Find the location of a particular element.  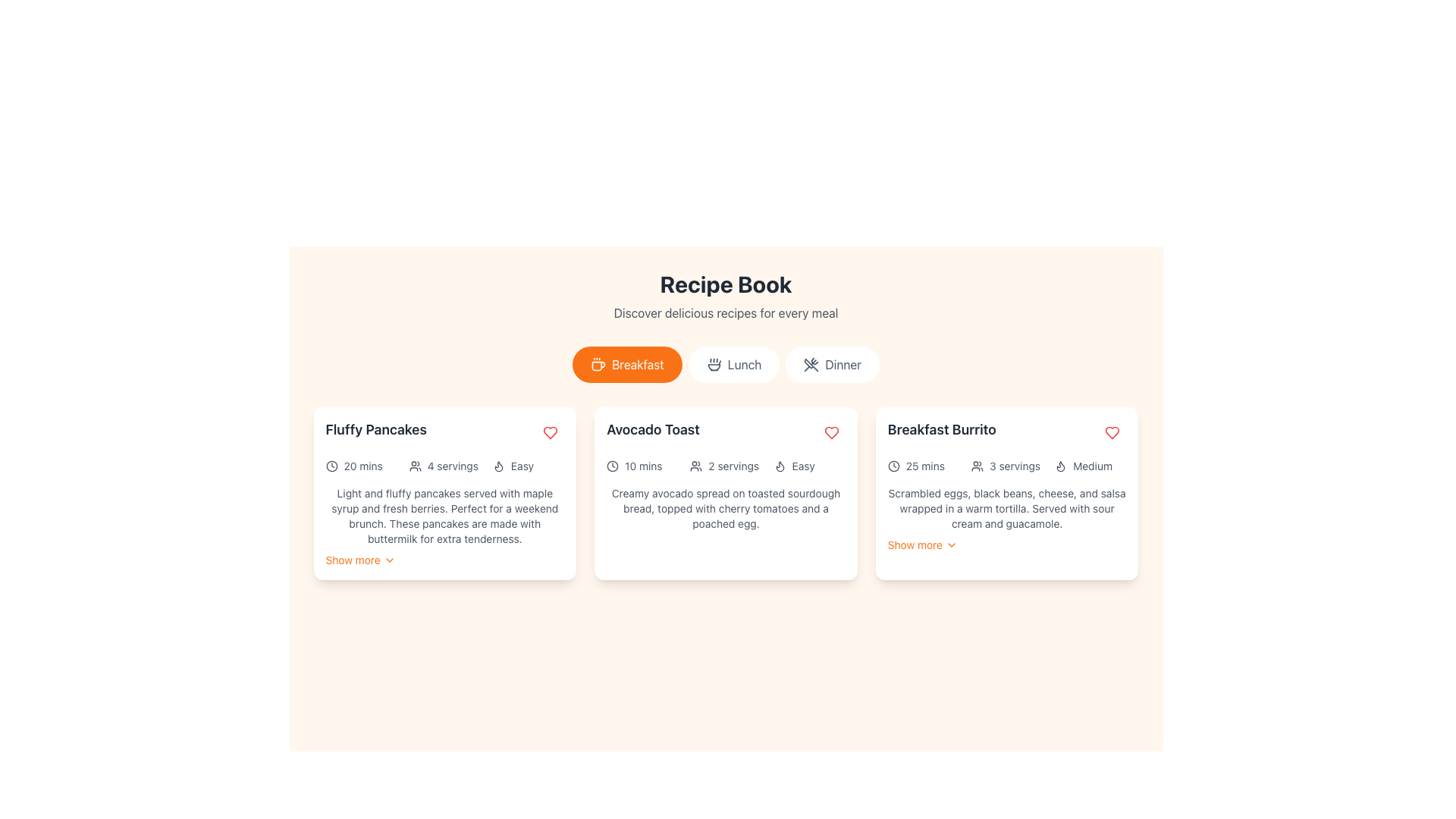

the '10 mins' label with an icon is located at coordinates (642, 465).